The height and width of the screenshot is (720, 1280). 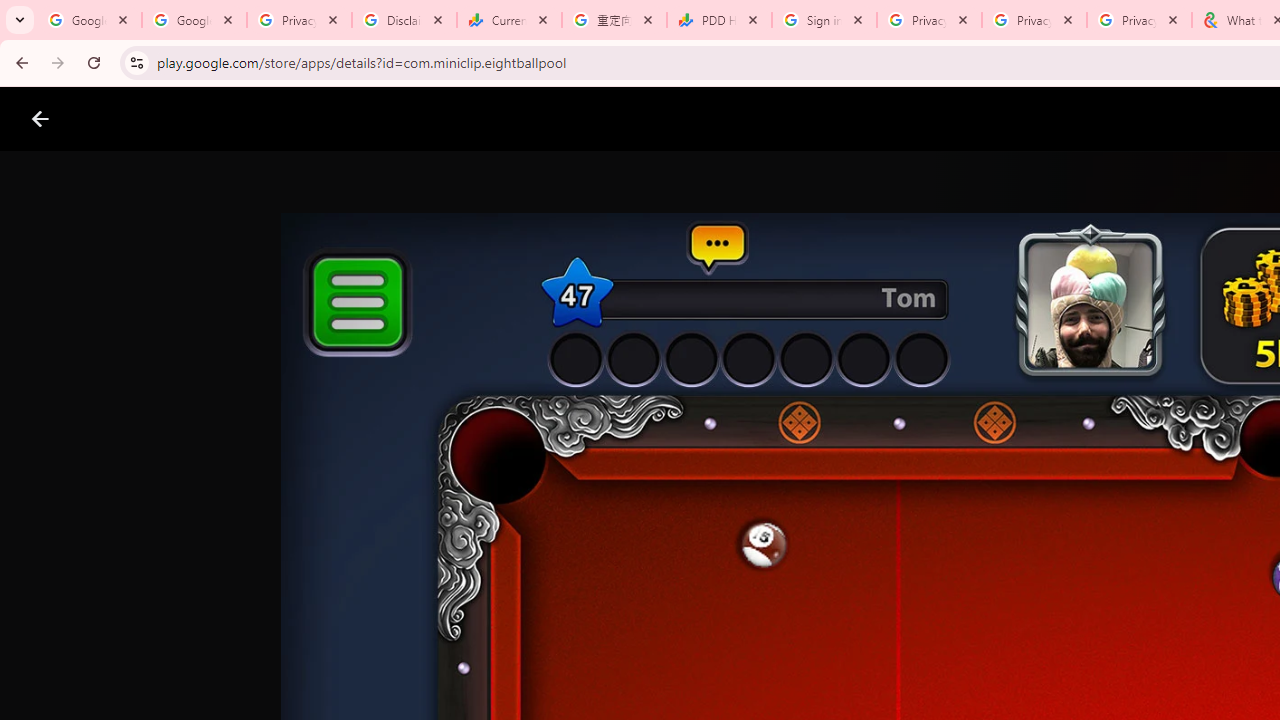 What do you see at coordinates (824, 20) in the screenshot?
I see `'Sign in - Google Accounts'` at bounding box center [824, 20].